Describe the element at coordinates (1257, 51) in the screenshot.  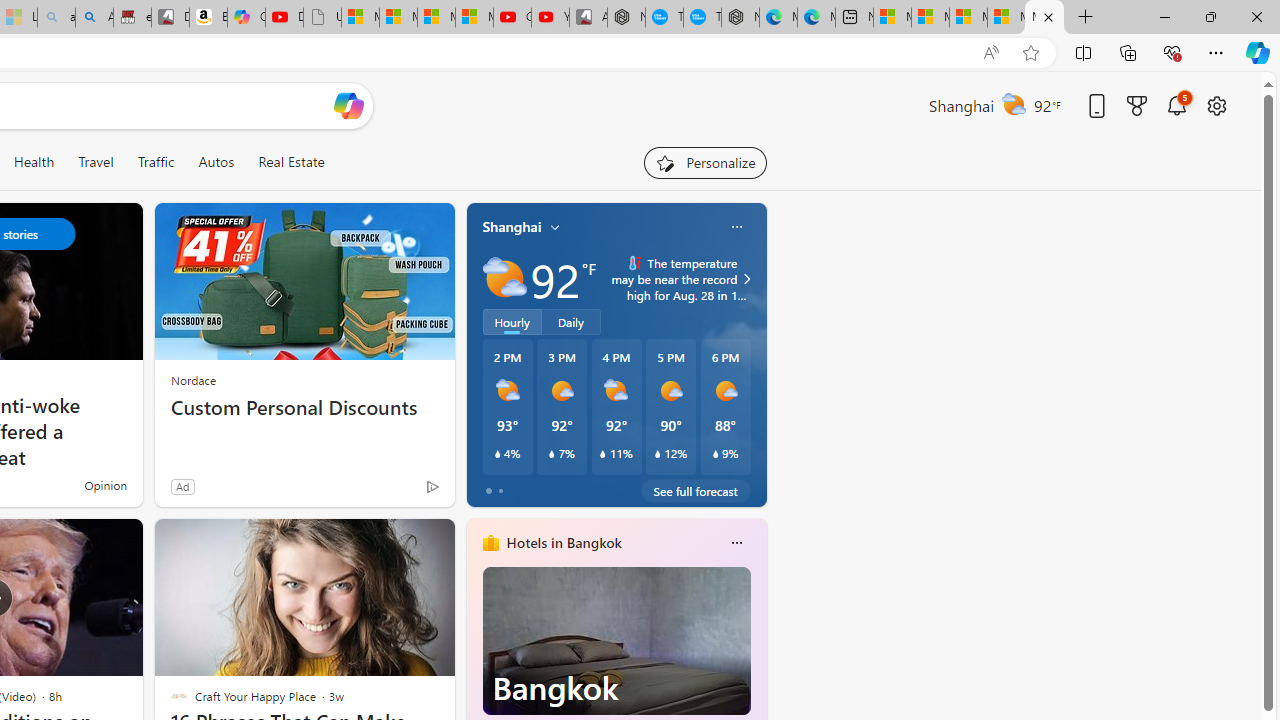
I see `'Copilot (Ctrl+Shift+.)'` at that location.